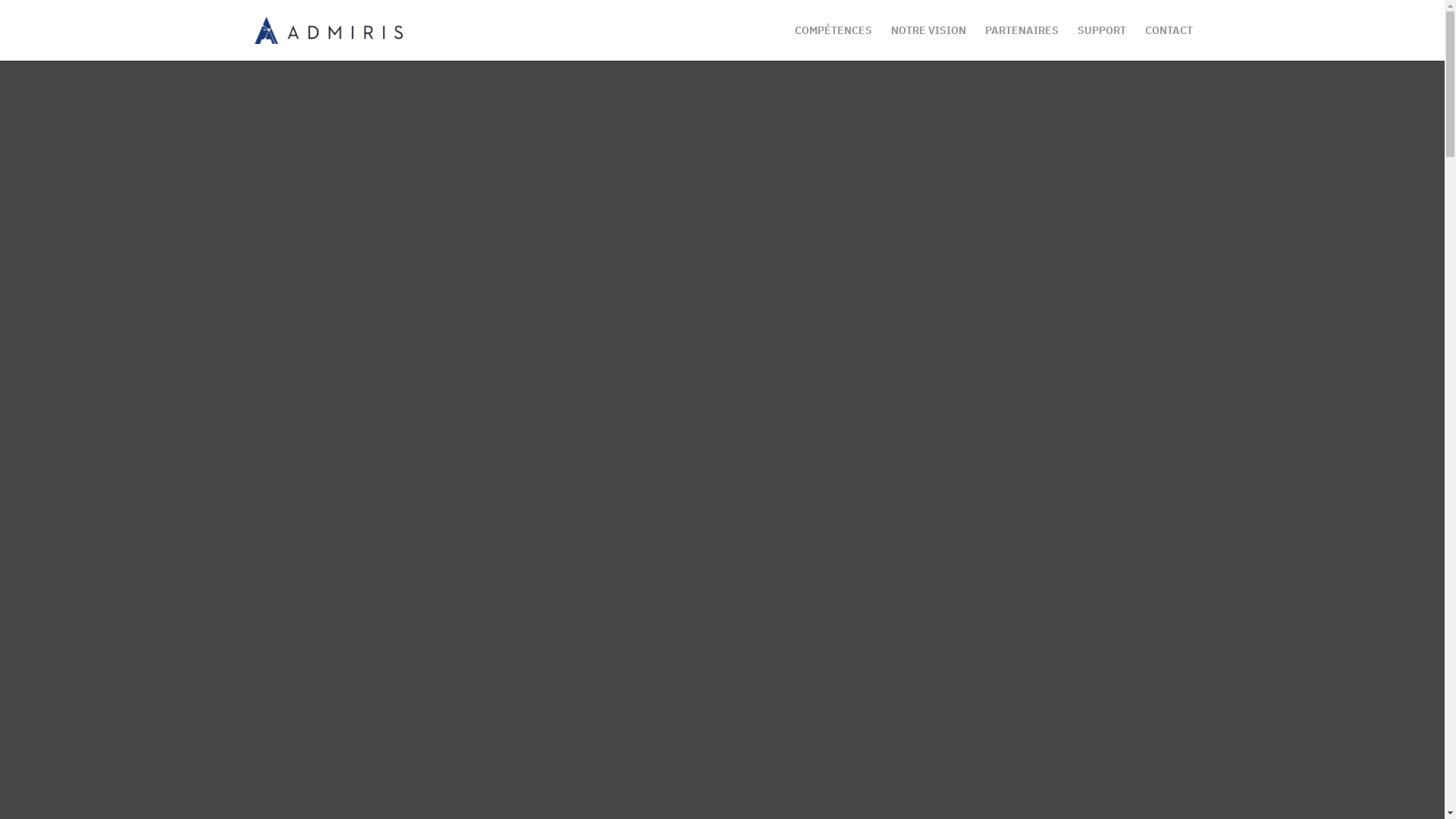 This screenshot has width=1456, height=819. Describe the element at coordinates (890, 42) in the screenshot. I see `'NOTRE VISION'` at that location.